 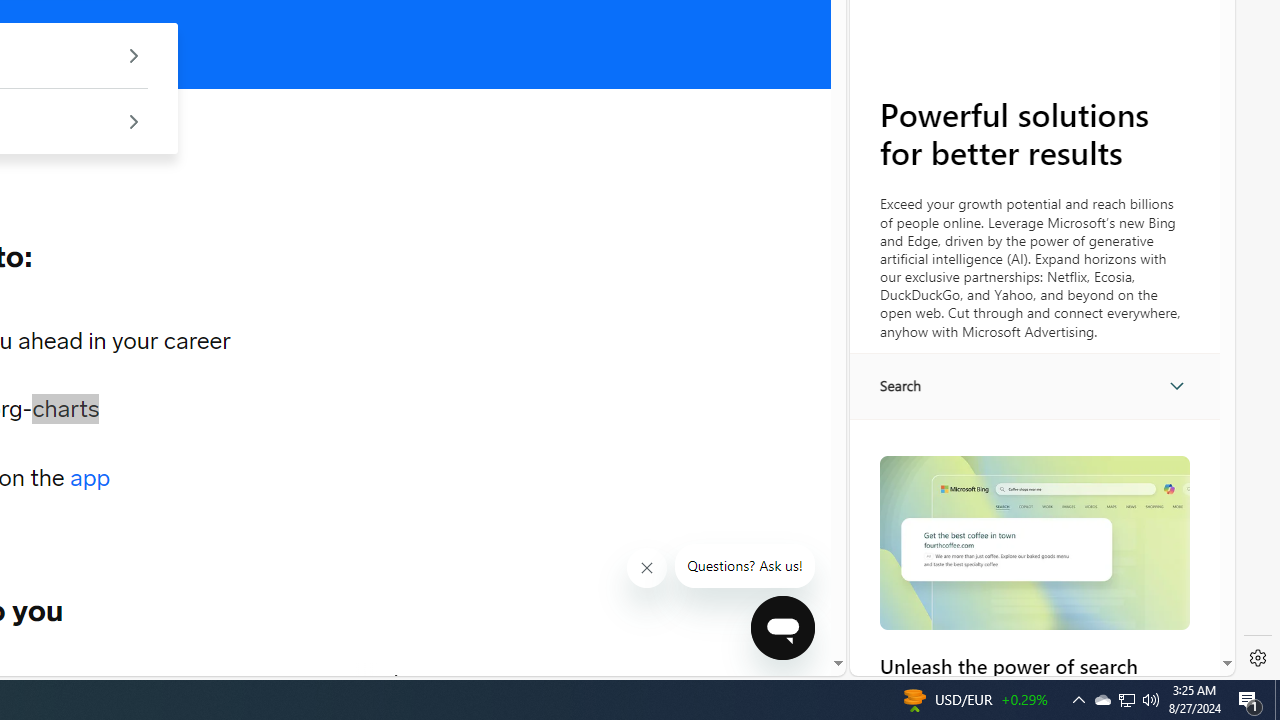 What do you see at coordinates (744, 566) in the screenshot?
I see `'Questions? Ask us!'` at bounding box center [744, 566].